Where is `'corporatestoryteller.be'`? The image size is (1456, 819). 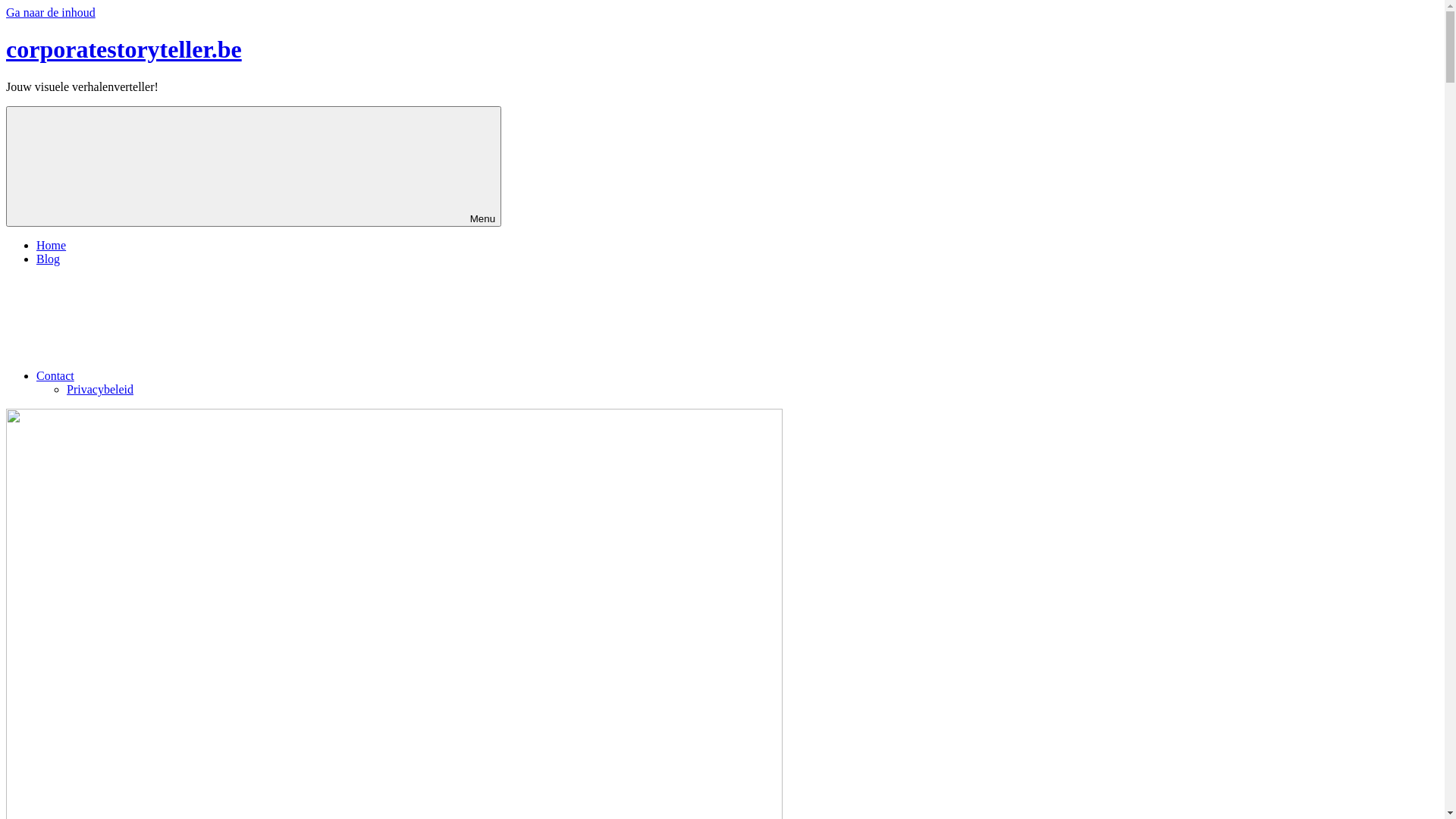
'corporatestoryteller.be' is located at coordinates (124, 49).